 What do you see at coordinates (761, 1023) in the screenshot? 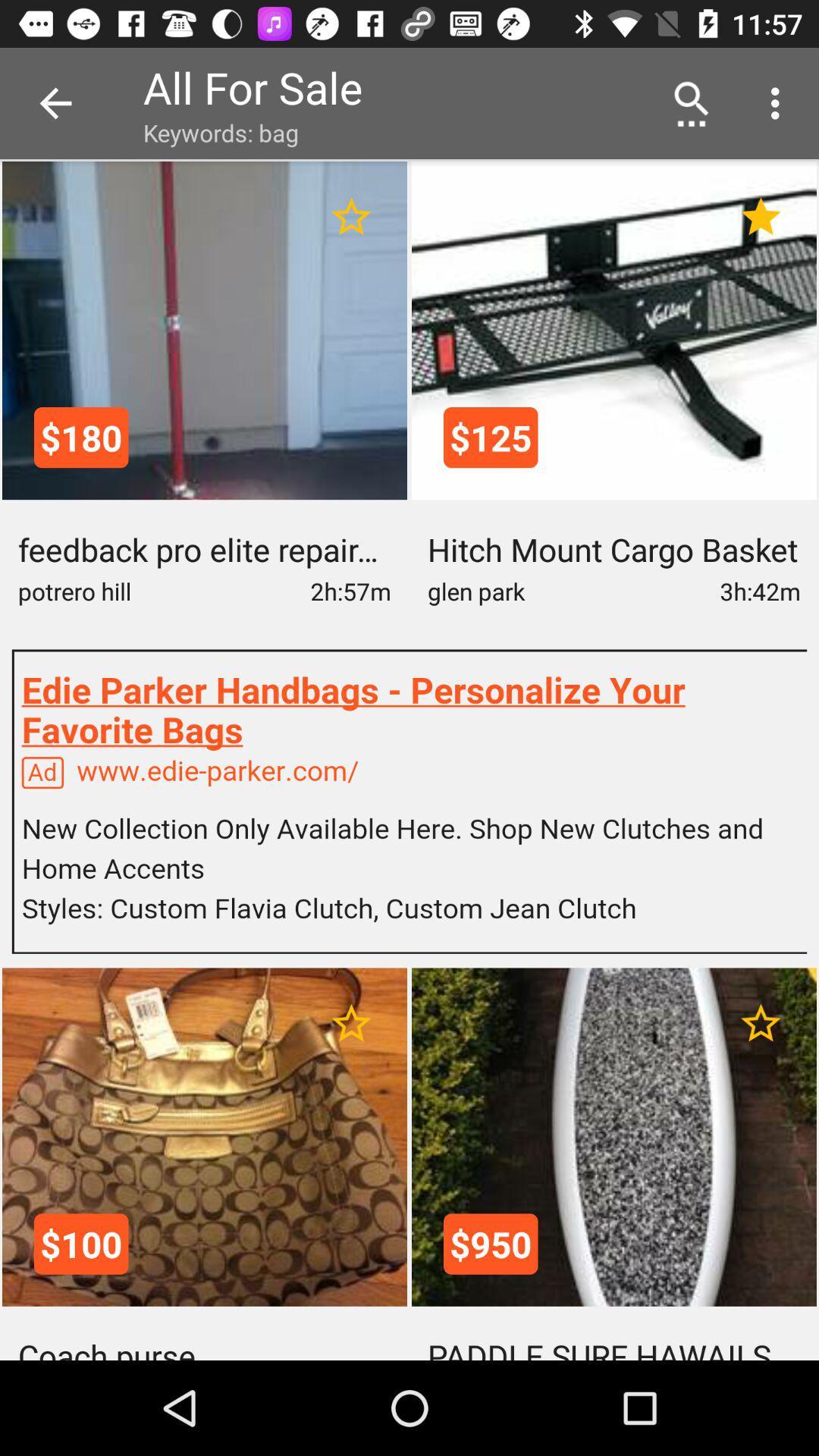
I see `to favorite` at bounding box center [761, 1023].